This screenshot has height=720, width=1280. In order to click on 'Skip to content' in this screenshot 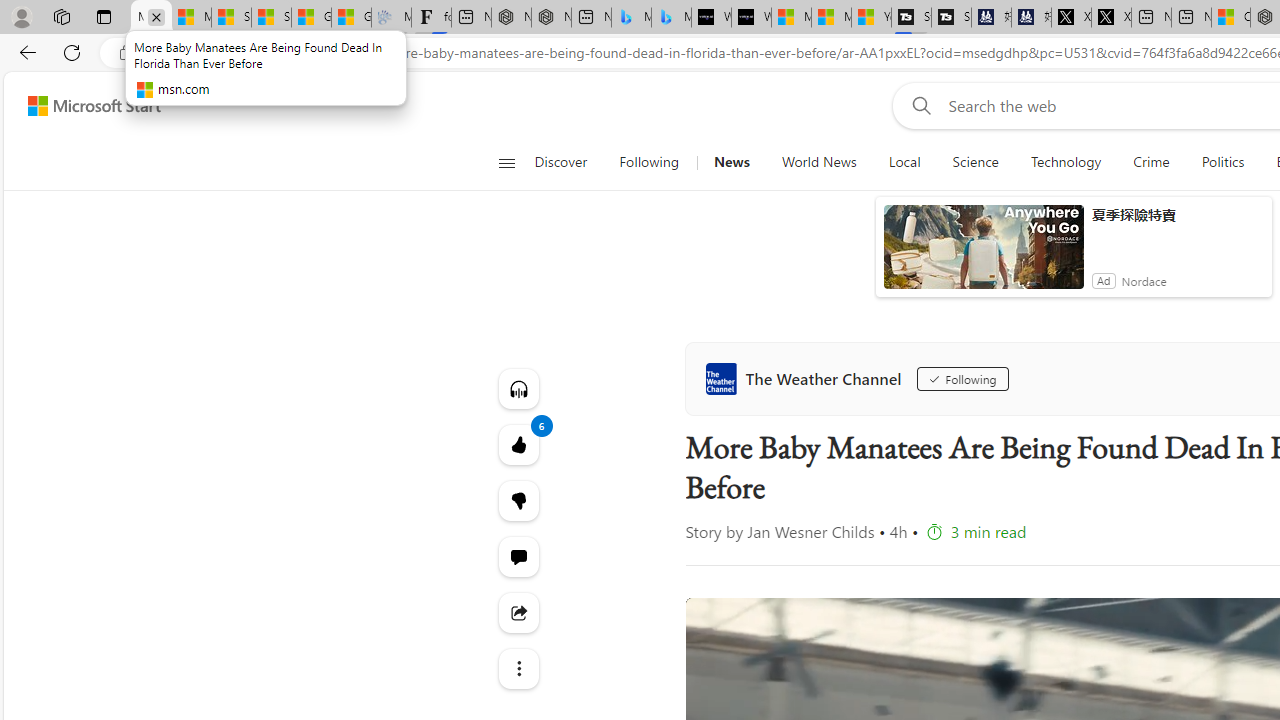, I will do `click(86, 105)`.